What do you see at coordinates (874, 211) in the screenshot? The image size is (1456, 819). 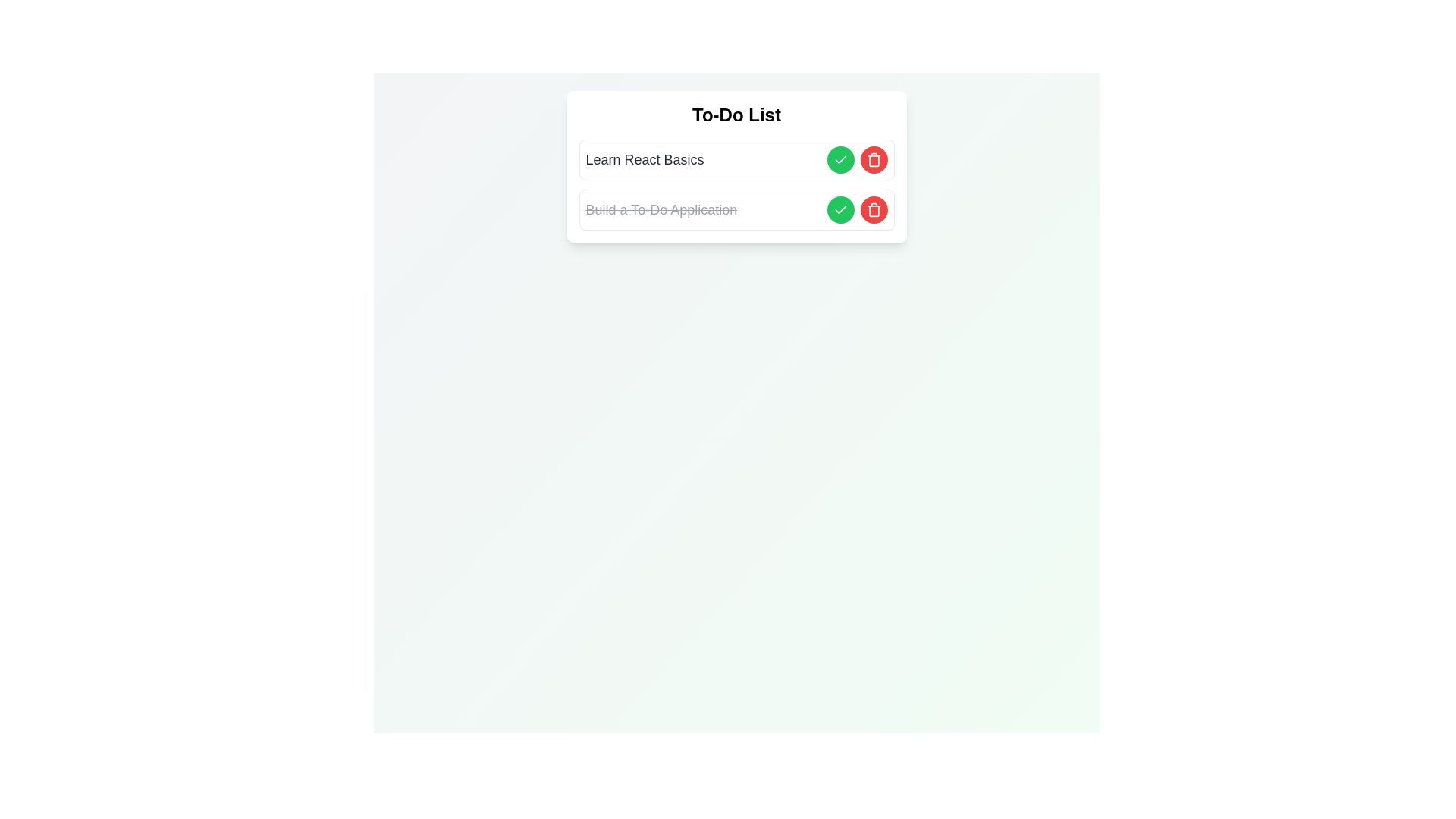 I see `the trash bin icon located on the right side of the list item labeled 'Build a To-Do Application'` at bounding box center [874, 211].